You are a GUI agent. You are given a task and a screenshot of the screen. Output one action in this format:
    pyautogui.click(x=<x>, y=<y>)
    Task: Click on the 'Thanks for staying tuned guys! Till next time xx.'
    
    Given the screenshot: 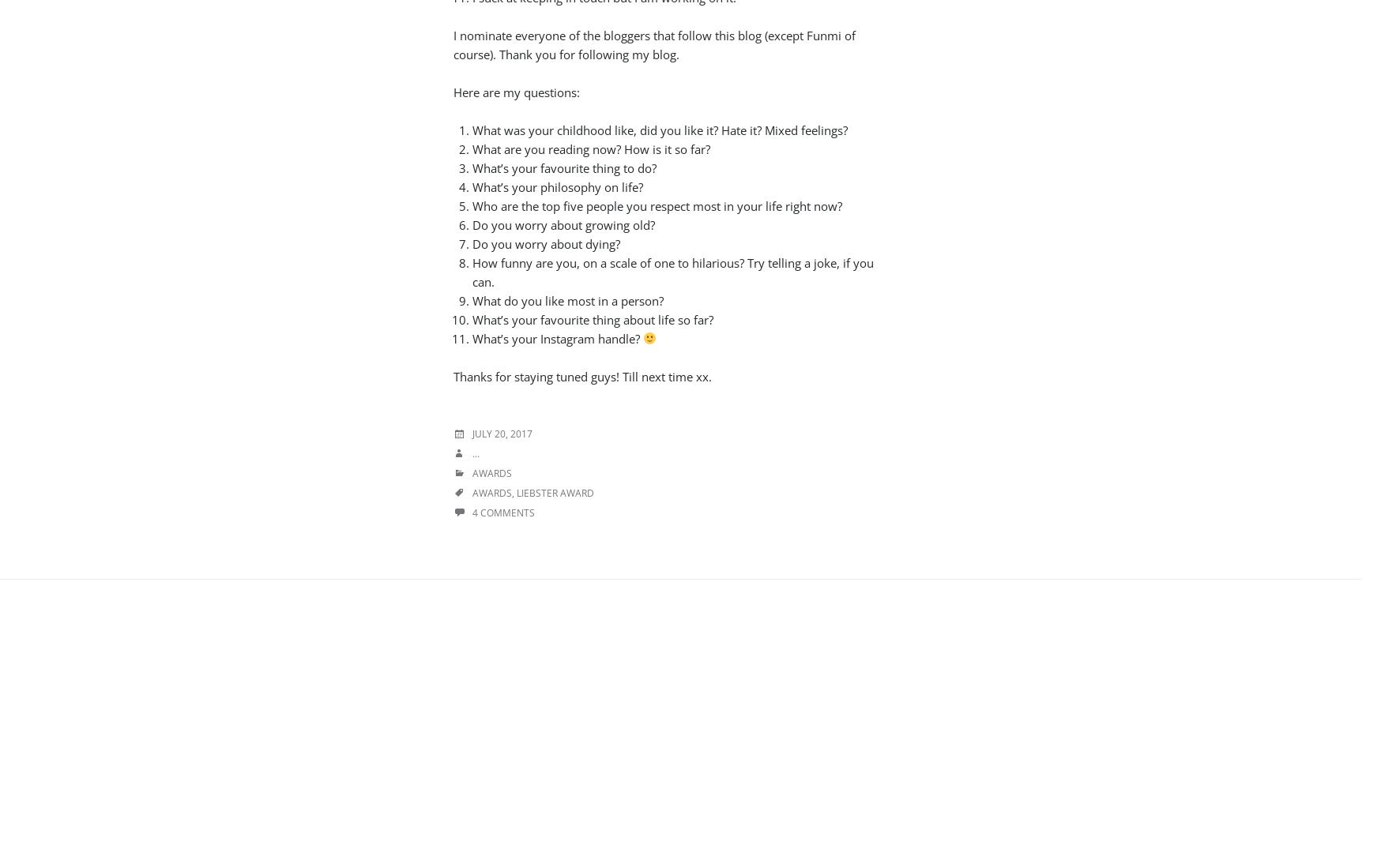 What is the action you would take?
    pyautogui.click(x=581, y=374)
    